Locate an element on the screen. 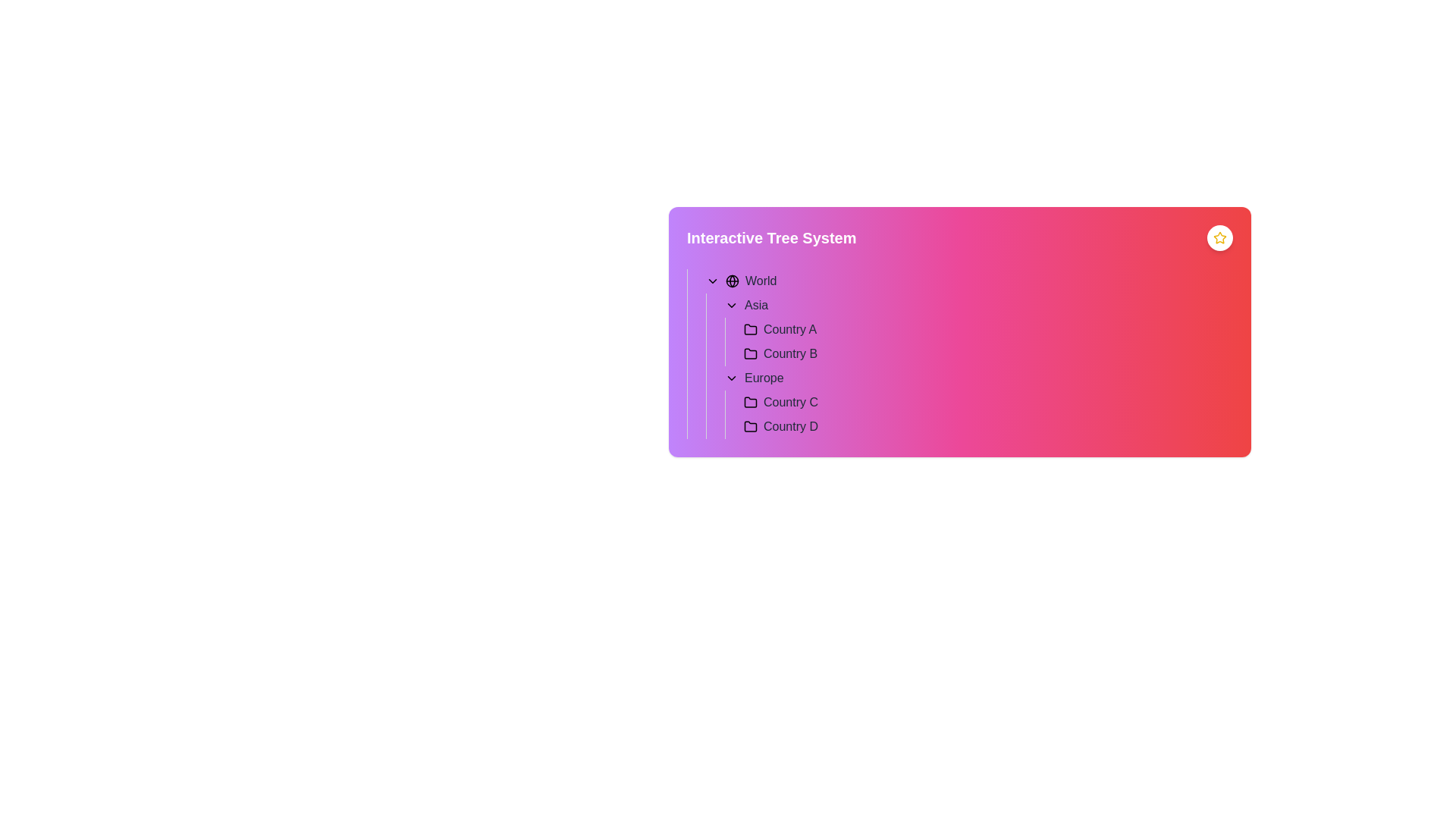 Image resolution: width=1456 pixels, height=819 pixels. the folder icon representing 'Country C' within the hierarchical tree structure under the 'Europe' group is located at coordinates (750, 400).